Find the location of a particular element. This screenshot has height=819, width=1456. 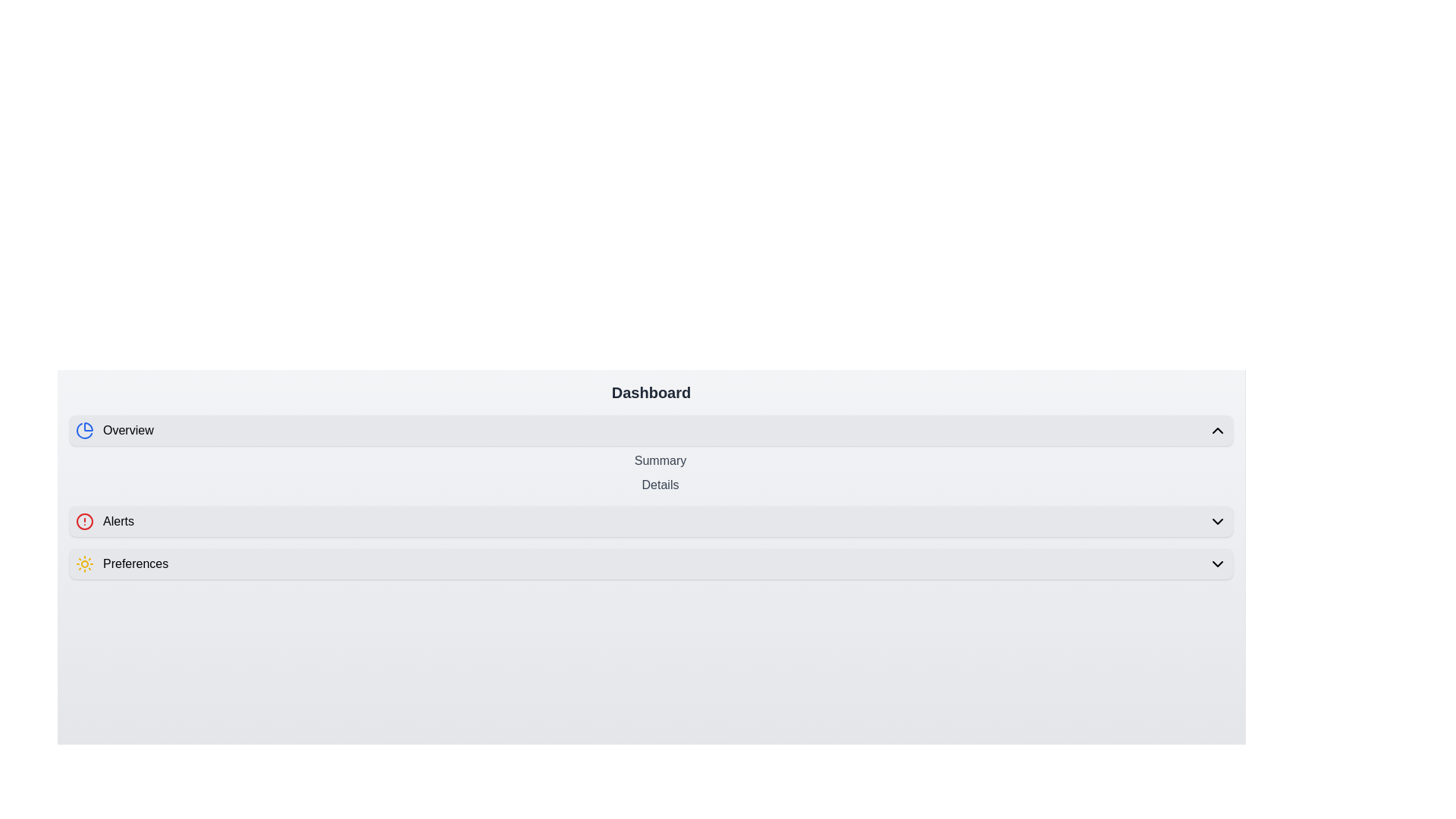

the downward-facing chevron icon is located at coordinates (1218, 520).